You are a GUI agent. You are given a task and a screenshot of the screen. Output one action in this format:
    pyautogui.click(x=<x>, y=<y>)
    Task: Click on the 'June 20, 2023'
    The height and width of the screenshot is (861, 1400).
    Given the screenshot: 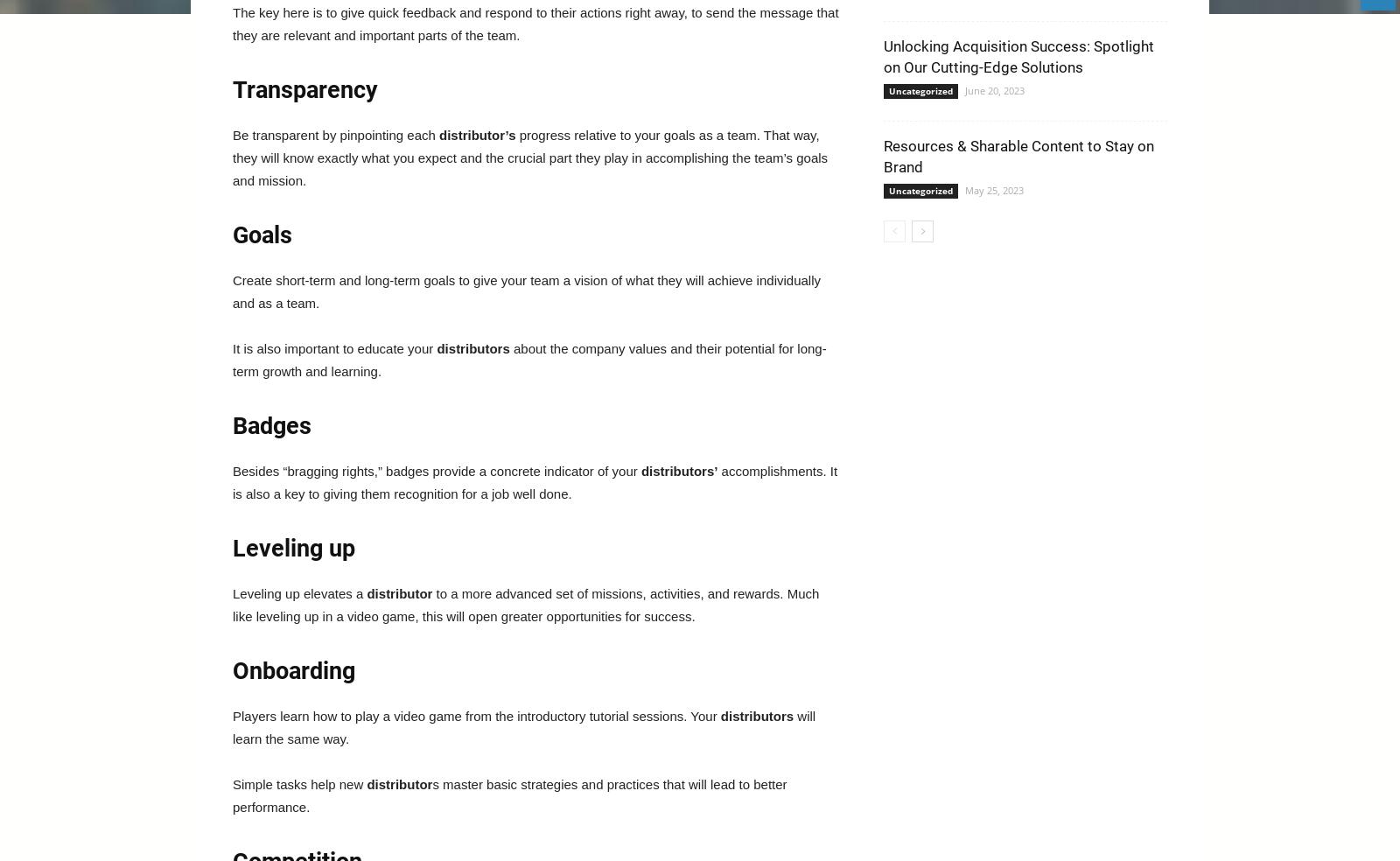 What is the action you would take?
    pyautogui.click(x=994, y=89)
    